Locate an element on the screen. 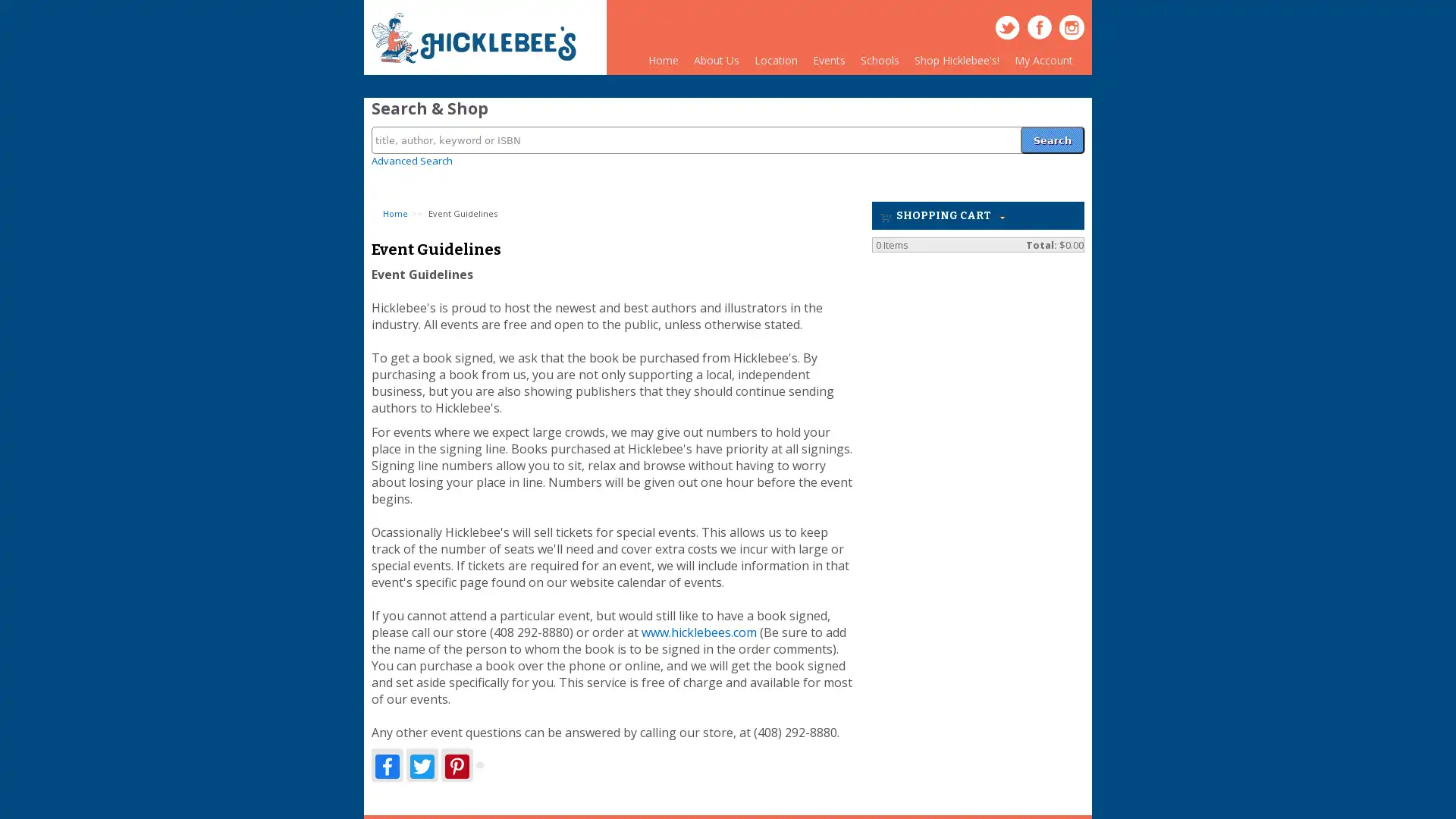 This screenshot has width=1456, height=819. Search is located at coordinates (1051, 130).